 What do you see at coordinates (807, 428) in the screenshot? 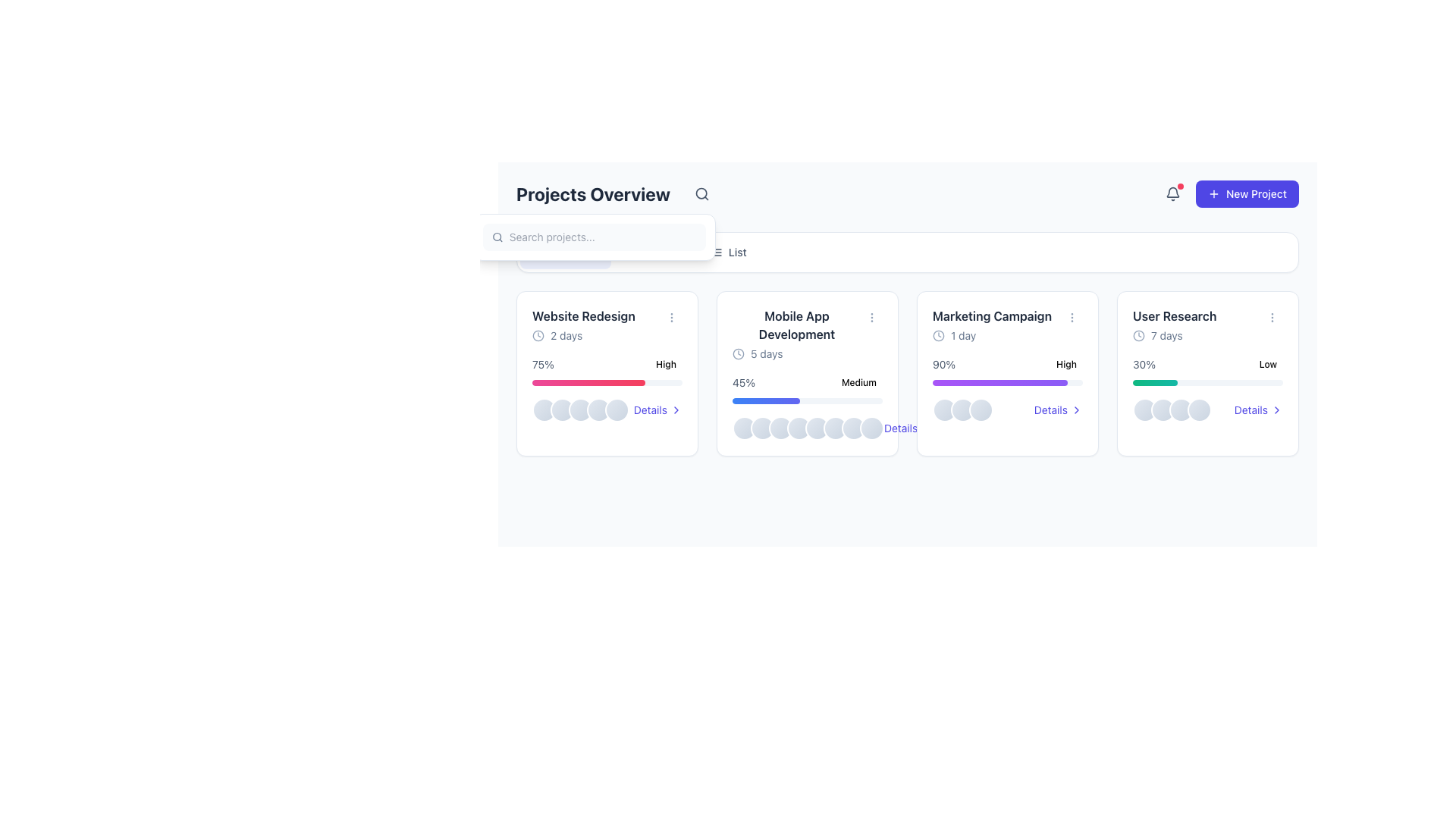
I see `the collection of styled circular icons located within the 'Mobile App Development' section, positioned above the 'Details' link` at bounding box center [807, 428].